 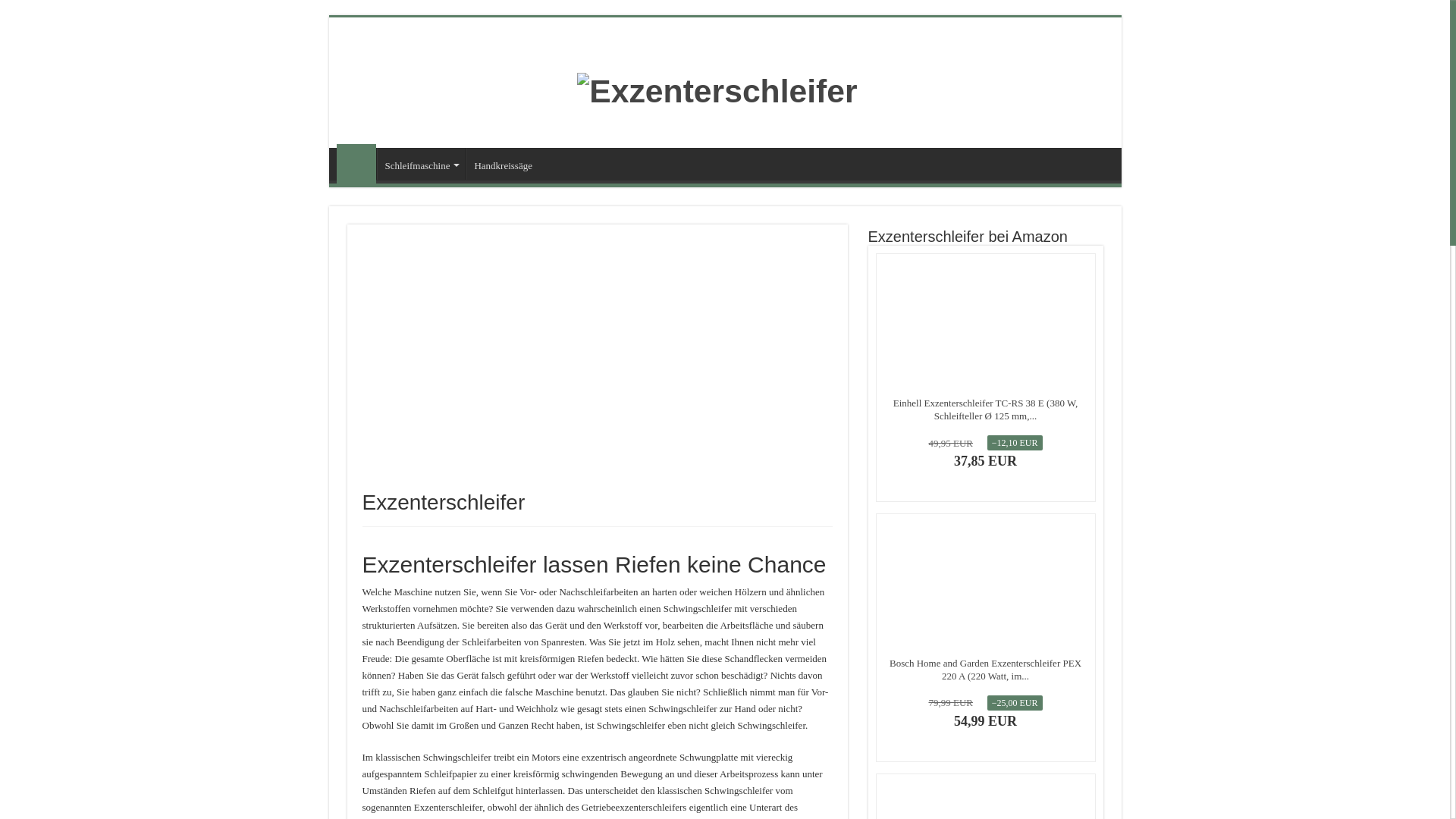 What do you see at coordinates (420, 164) in the screenshot?
I see `'Schleifmaschine'` at bounding box center [420, 164].